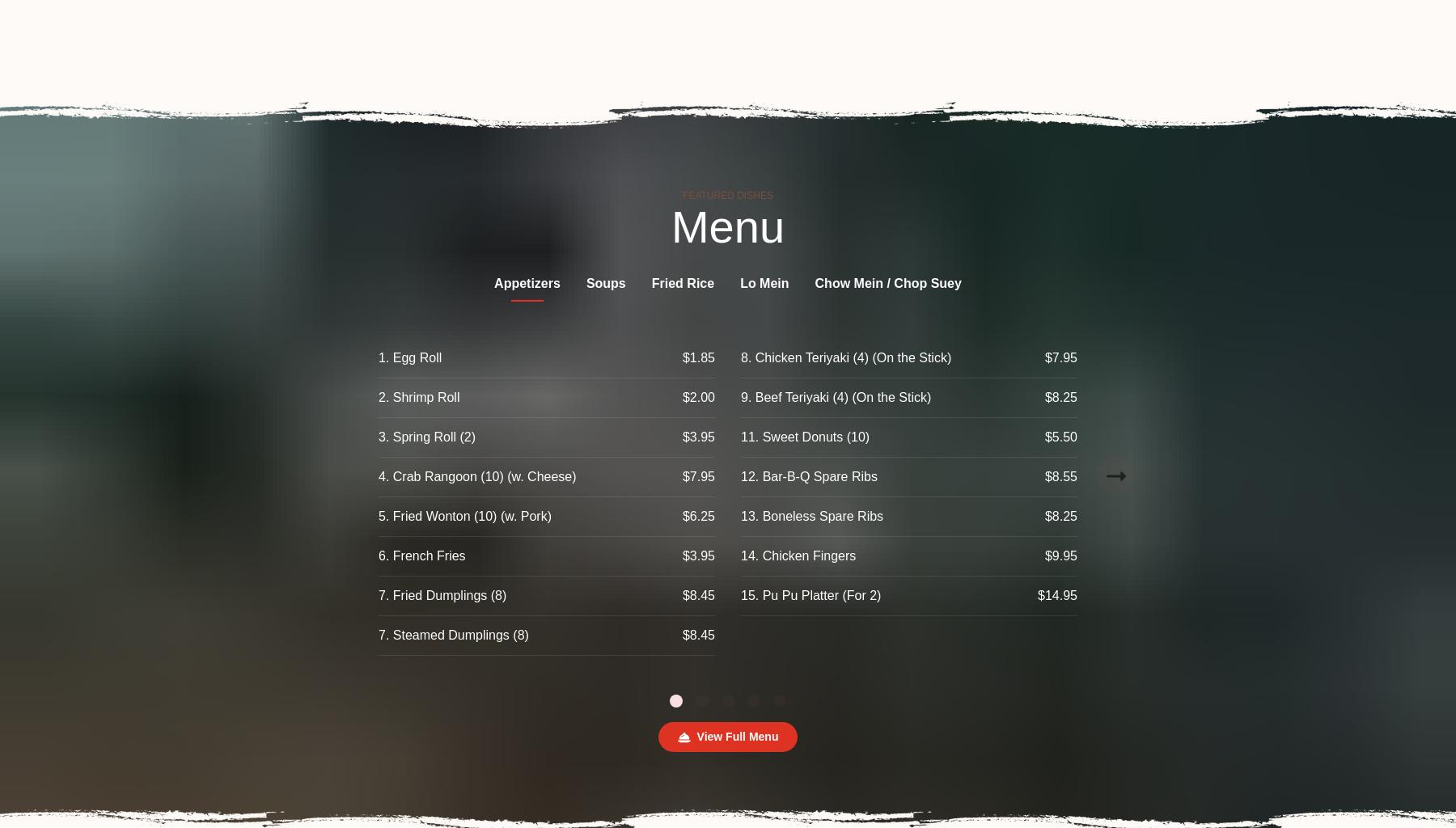 The width and height of the screenshot is (1456, 828). Describe the element at coordinates (421, 556) in the screenshot. I see `'6. French Fries'` at that location.